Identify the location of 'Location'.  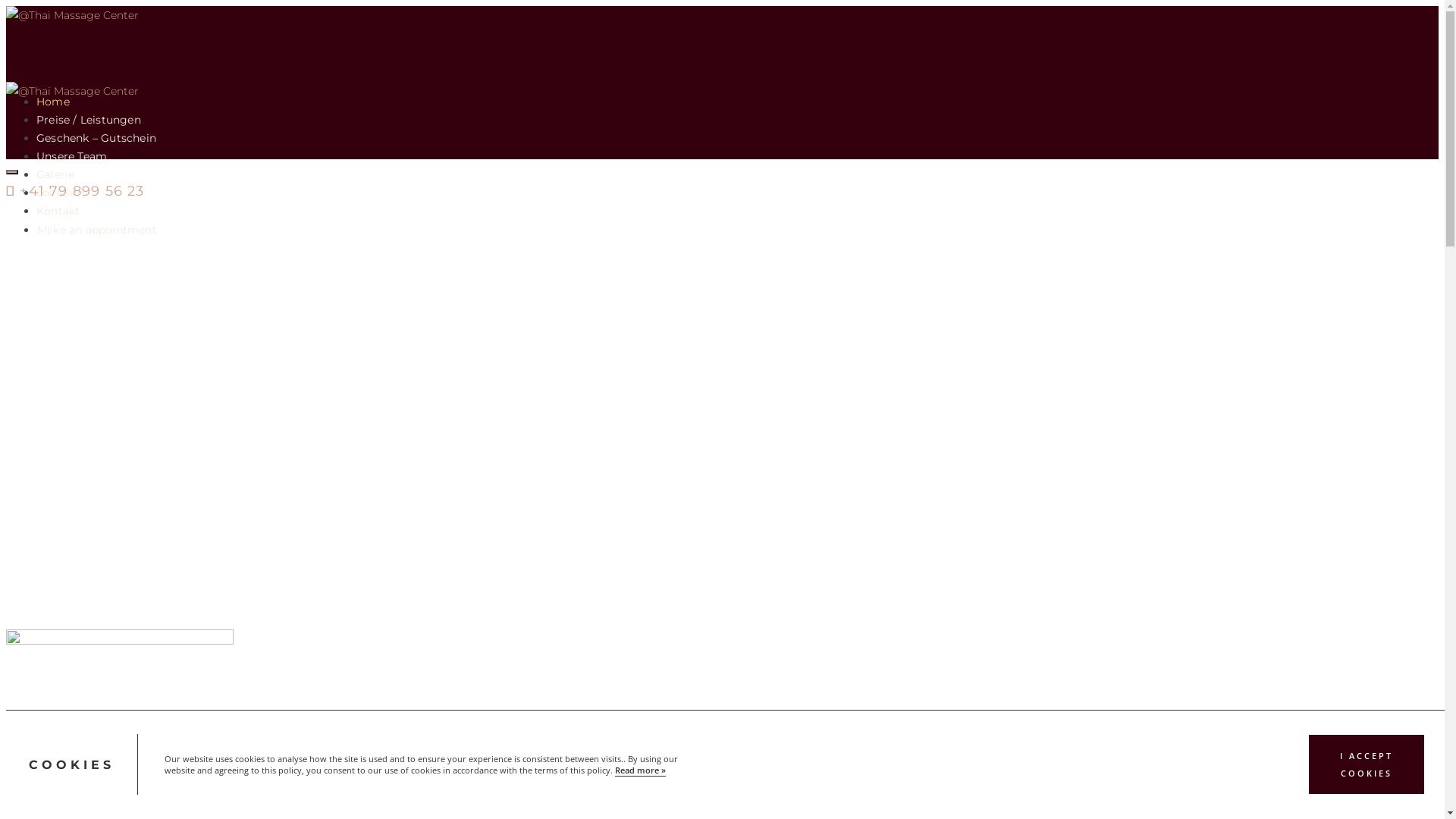
(60, 192).